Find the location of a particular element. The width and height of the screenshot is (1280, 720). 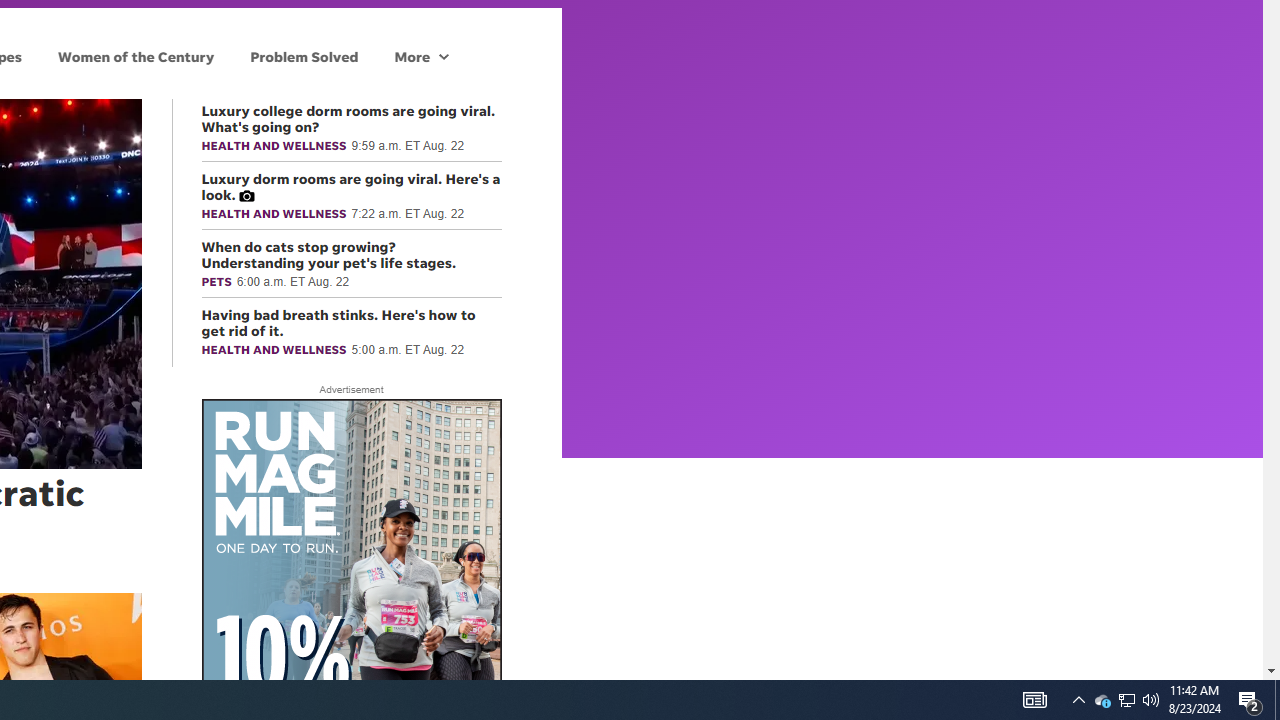

'Problem Solved' is located at coordinates (303, 55).